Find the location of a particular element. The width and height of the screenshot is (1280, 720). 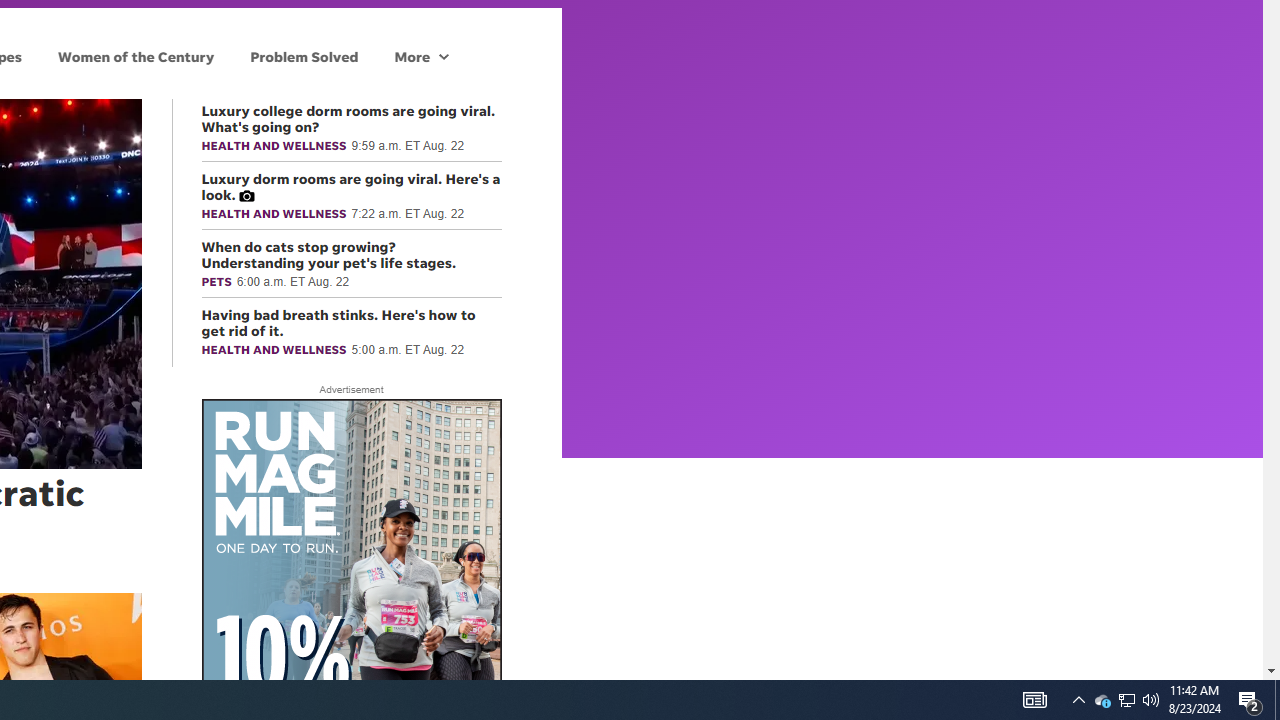

'Problem Solved' is located at coordinates (303, 55).